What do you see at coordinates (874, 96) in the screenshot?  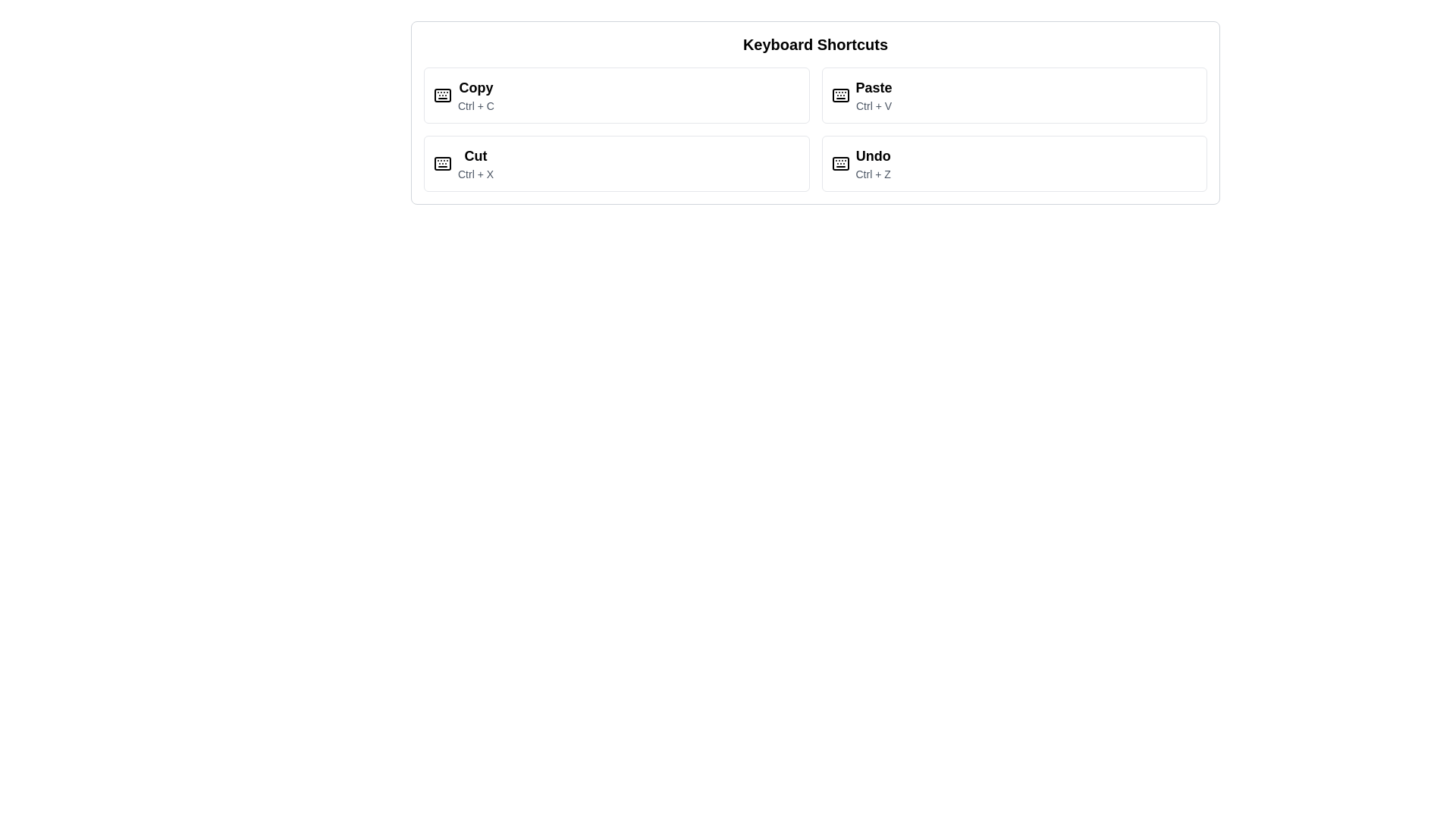 I see `the informational list item that describes the keyboard shortcut for 'Paste', located at the top-right corner of the shortcut grid, adjacent to 'Copy' on its left` at bounding box center [874, 96].